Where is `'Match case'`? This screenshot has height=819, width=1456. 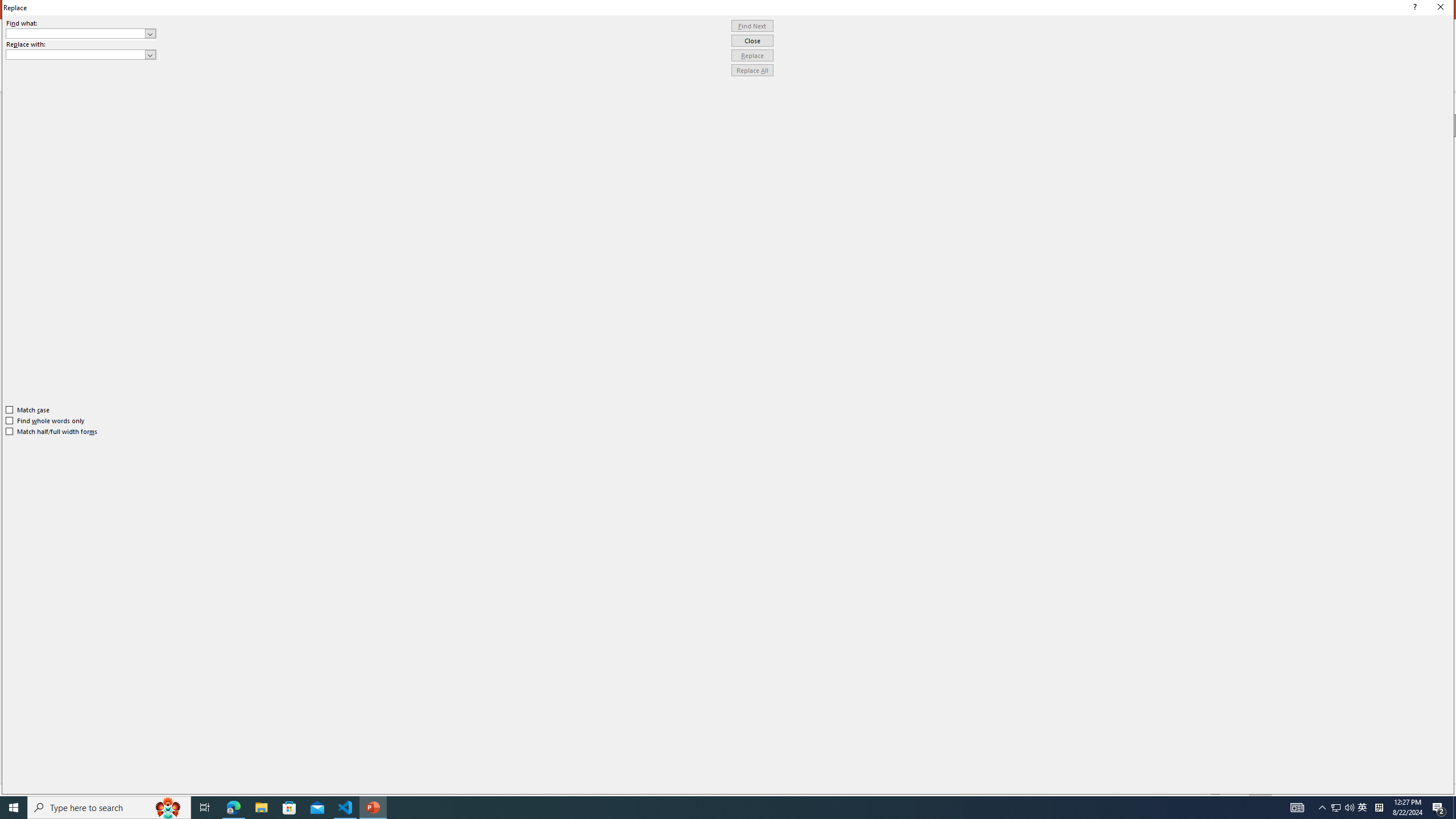
'Match case' is located at coordinates (27, 409).